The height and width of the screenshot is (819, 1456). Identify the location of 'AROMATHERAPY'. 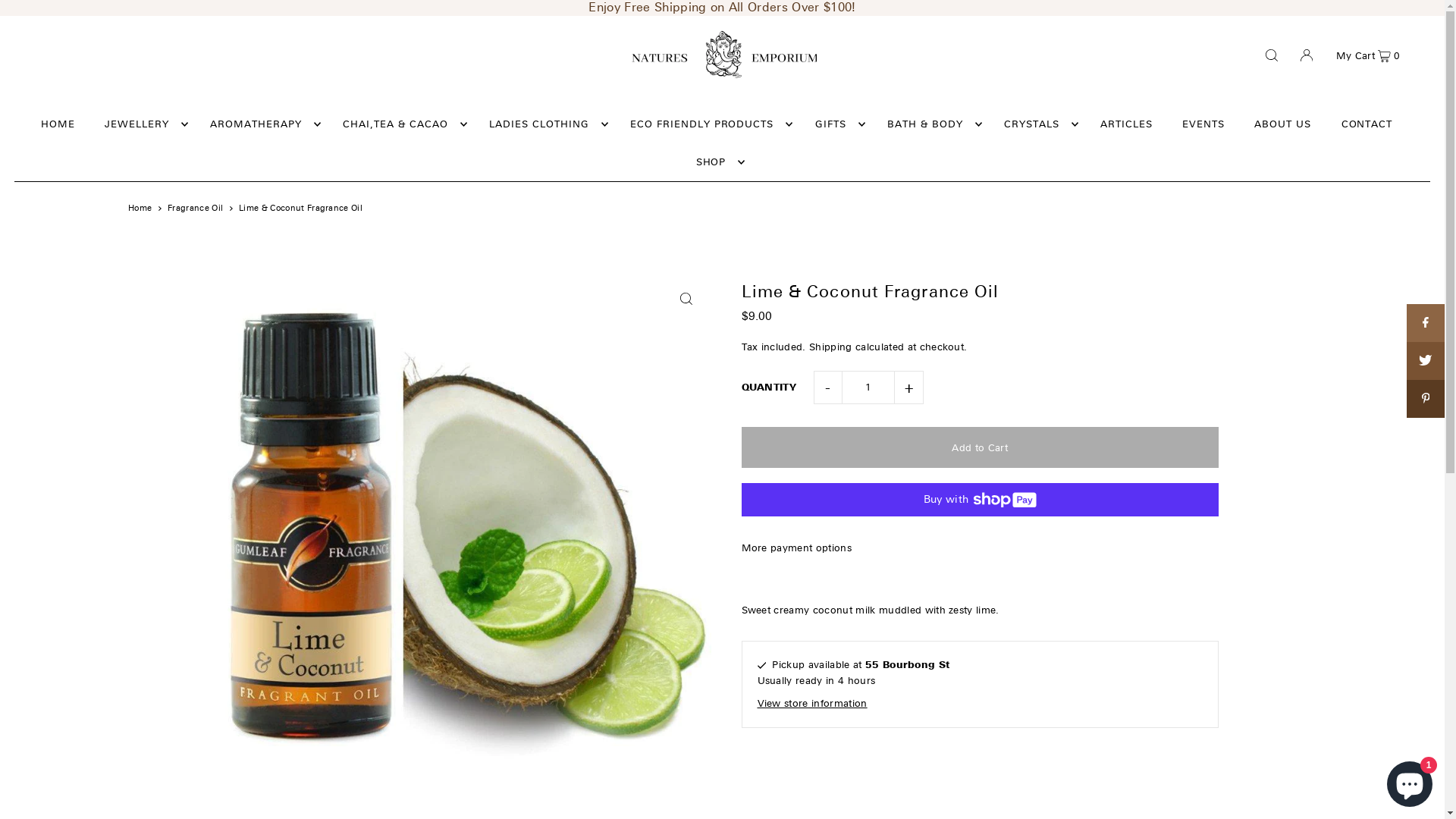
(262, 124).